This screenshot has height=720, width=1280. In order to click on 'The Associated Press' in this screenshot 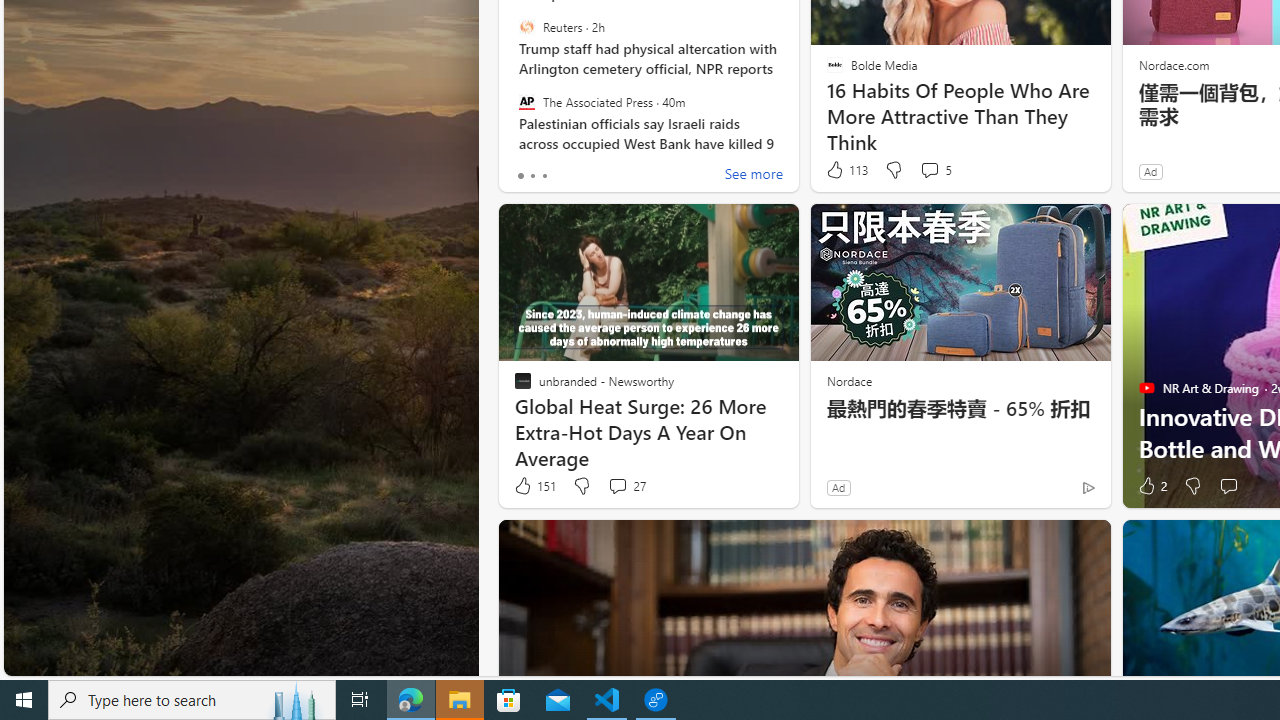, I will do `click(526, 101)`.